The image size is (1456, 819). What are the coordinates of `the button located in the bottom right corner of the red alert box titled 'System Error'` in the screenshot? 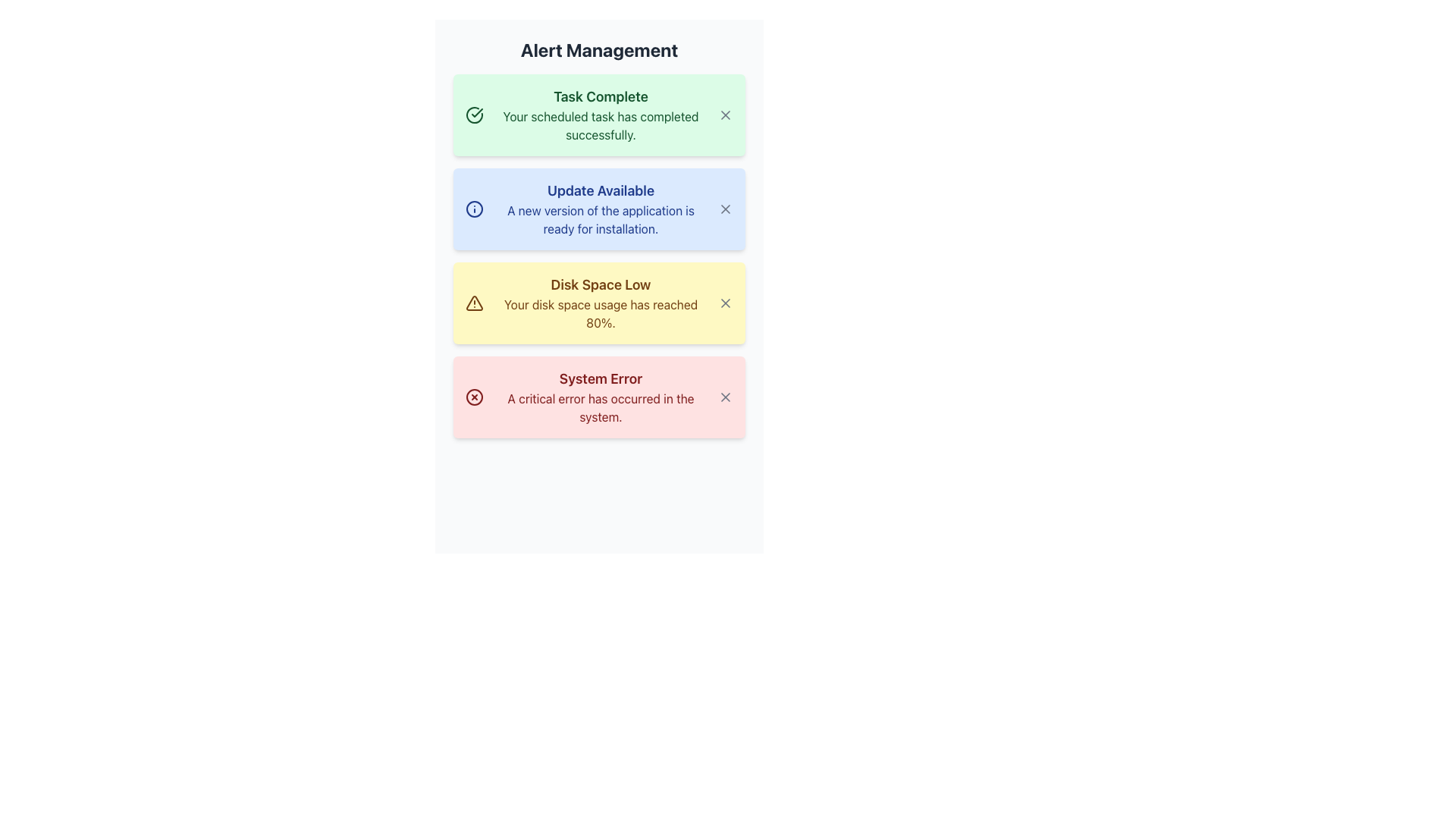 It's located at (724, 397).